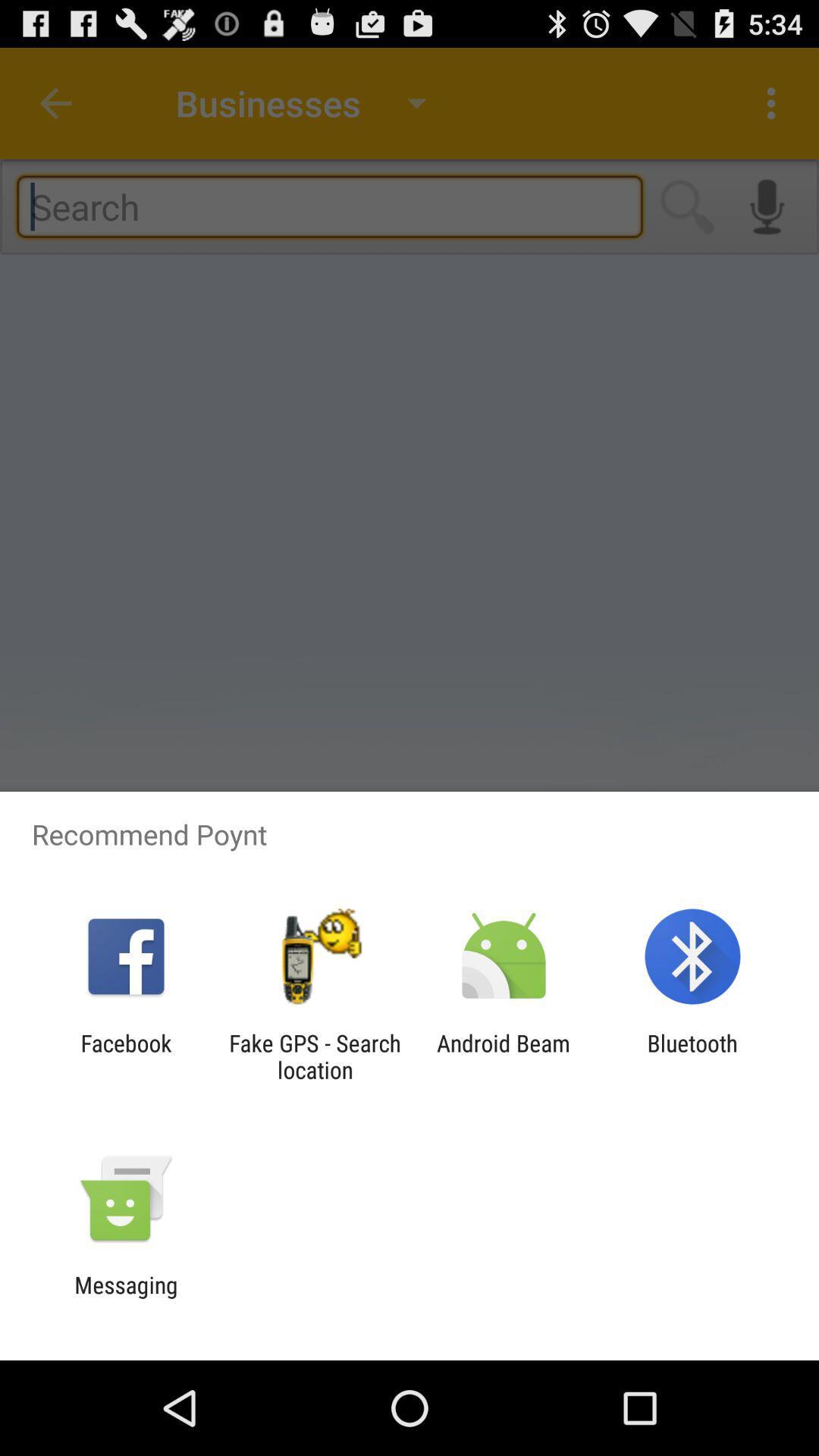 Image resolution: width=819 pixels, height=1456 pixels. Describe the element at coordinates (692, 1056) in the screenshot. I see `item next to the android beam item` at that location.